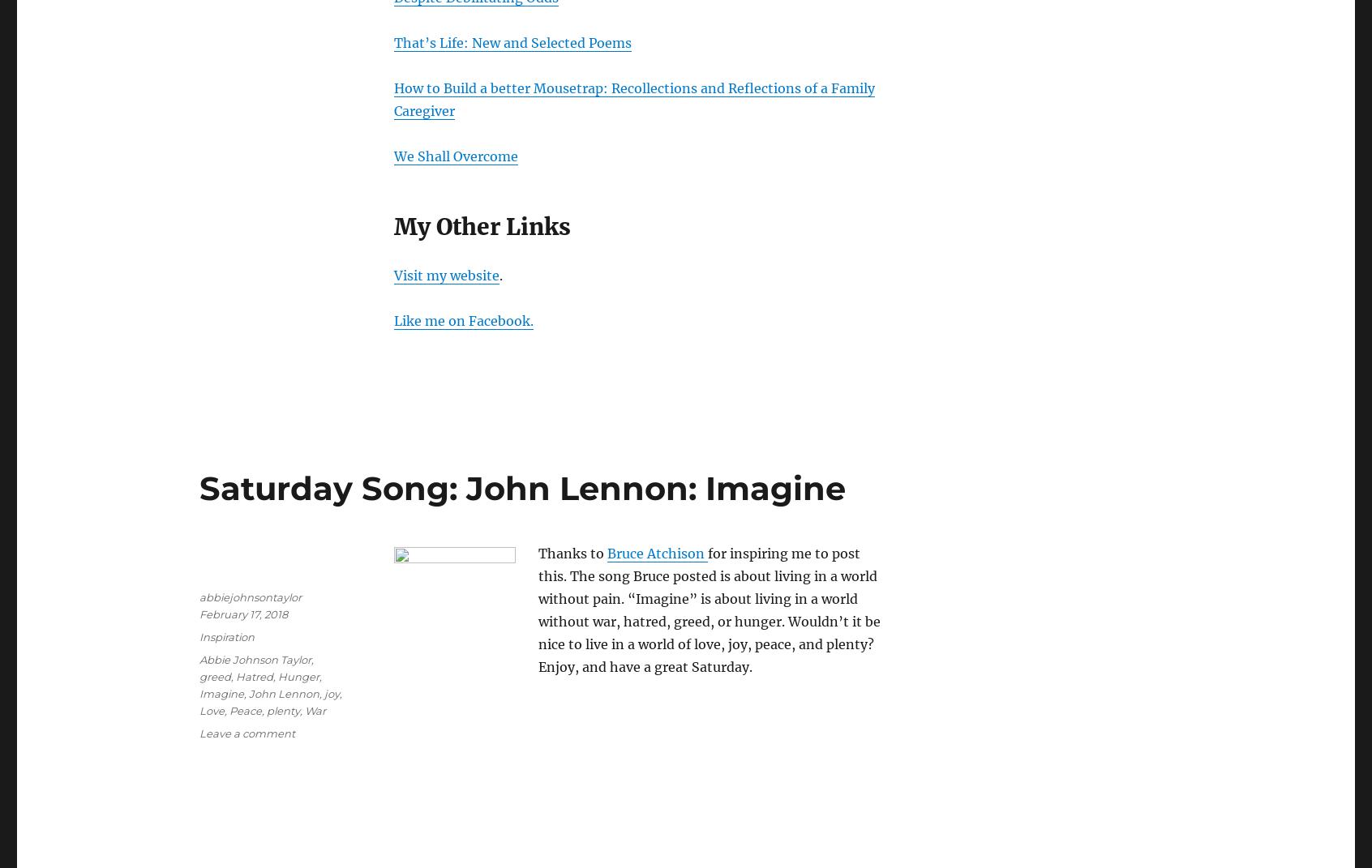 The image size is (1372, 868). I want to click on 'We Shall Overcome', so click(456, 155).